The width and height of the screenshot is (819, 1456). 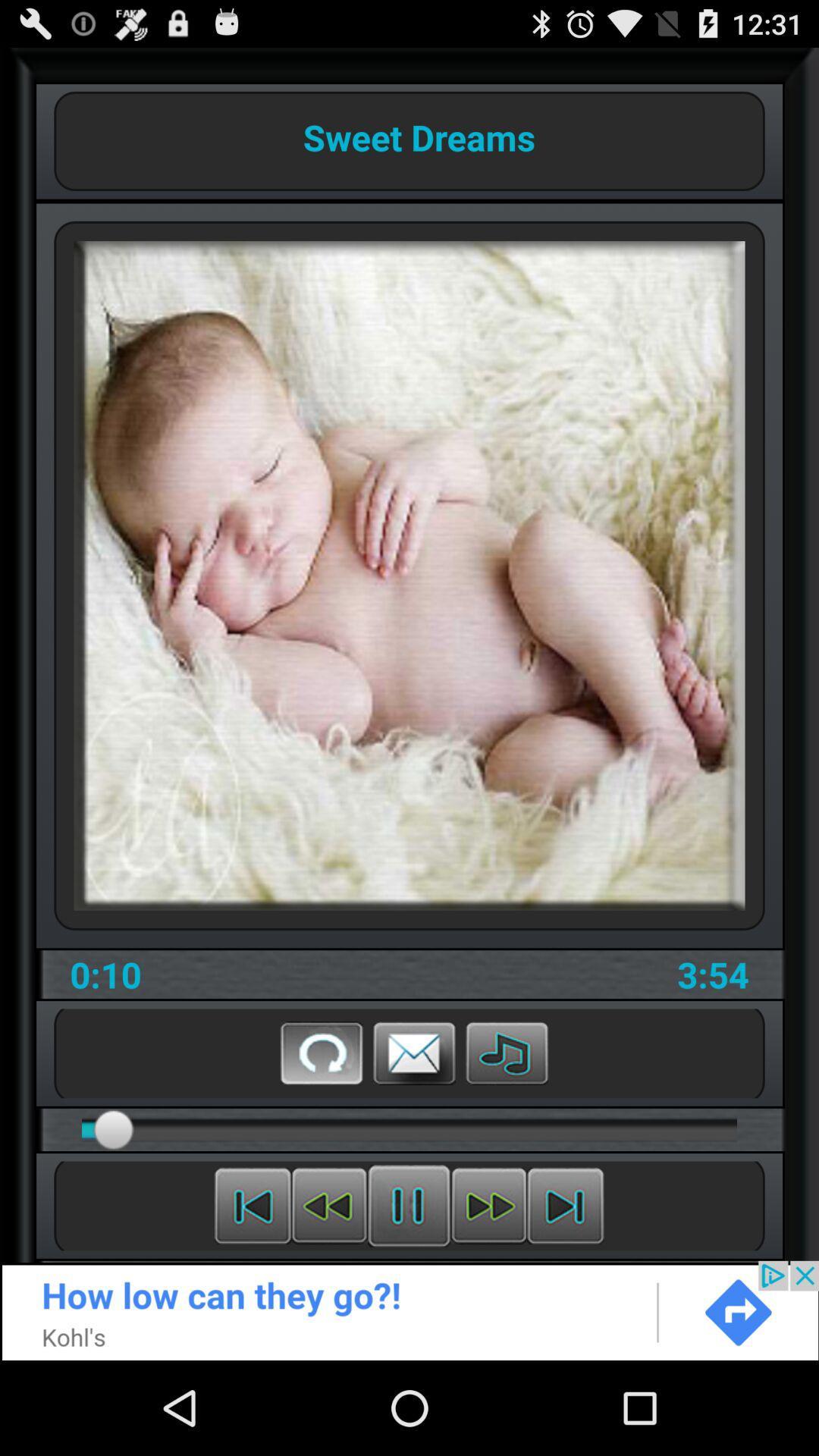 I want to click on rotate option, so click(x=321, y=1052).